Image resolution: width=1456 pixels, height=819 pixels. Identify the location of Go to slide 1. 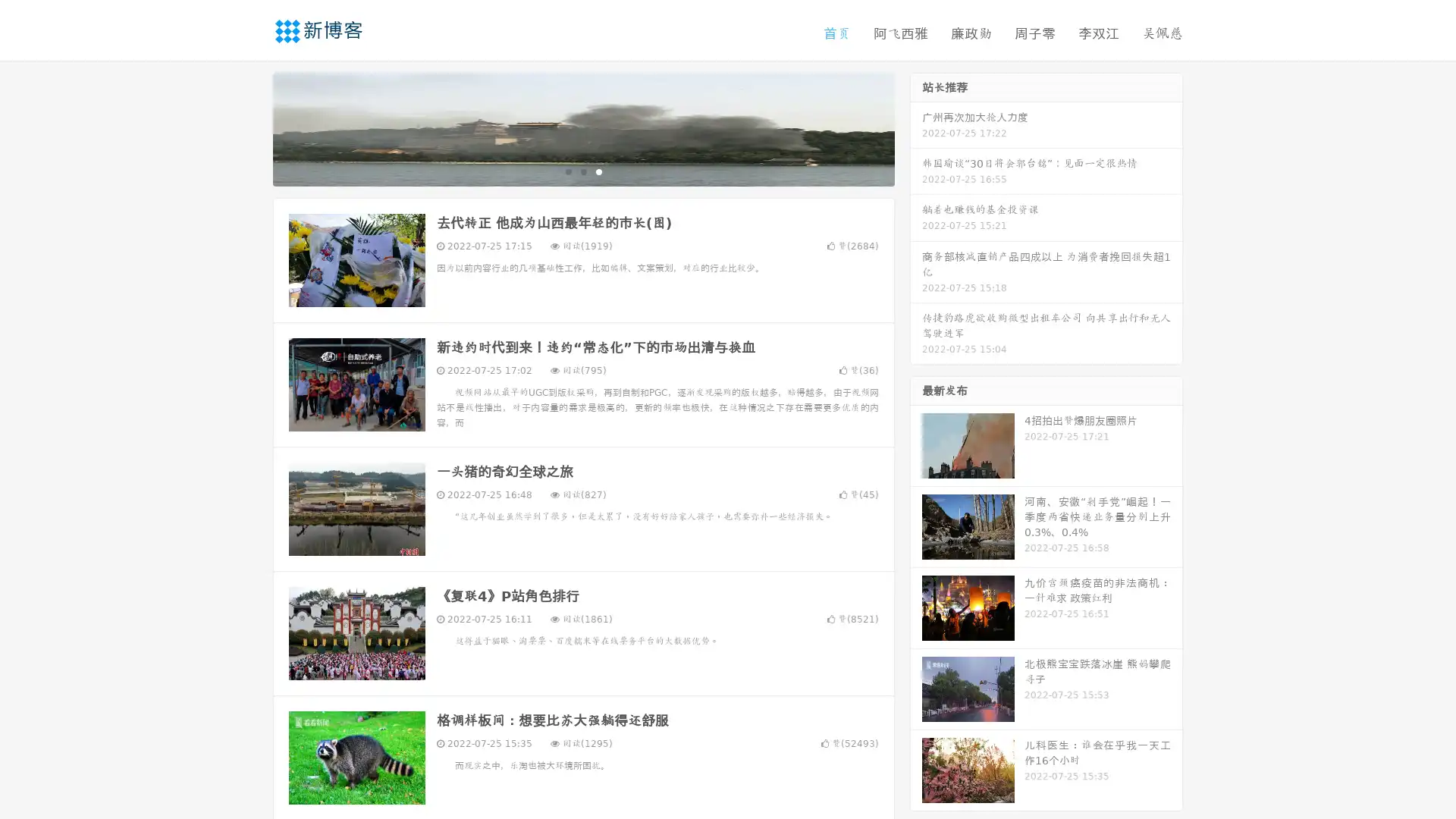
(567, 171).